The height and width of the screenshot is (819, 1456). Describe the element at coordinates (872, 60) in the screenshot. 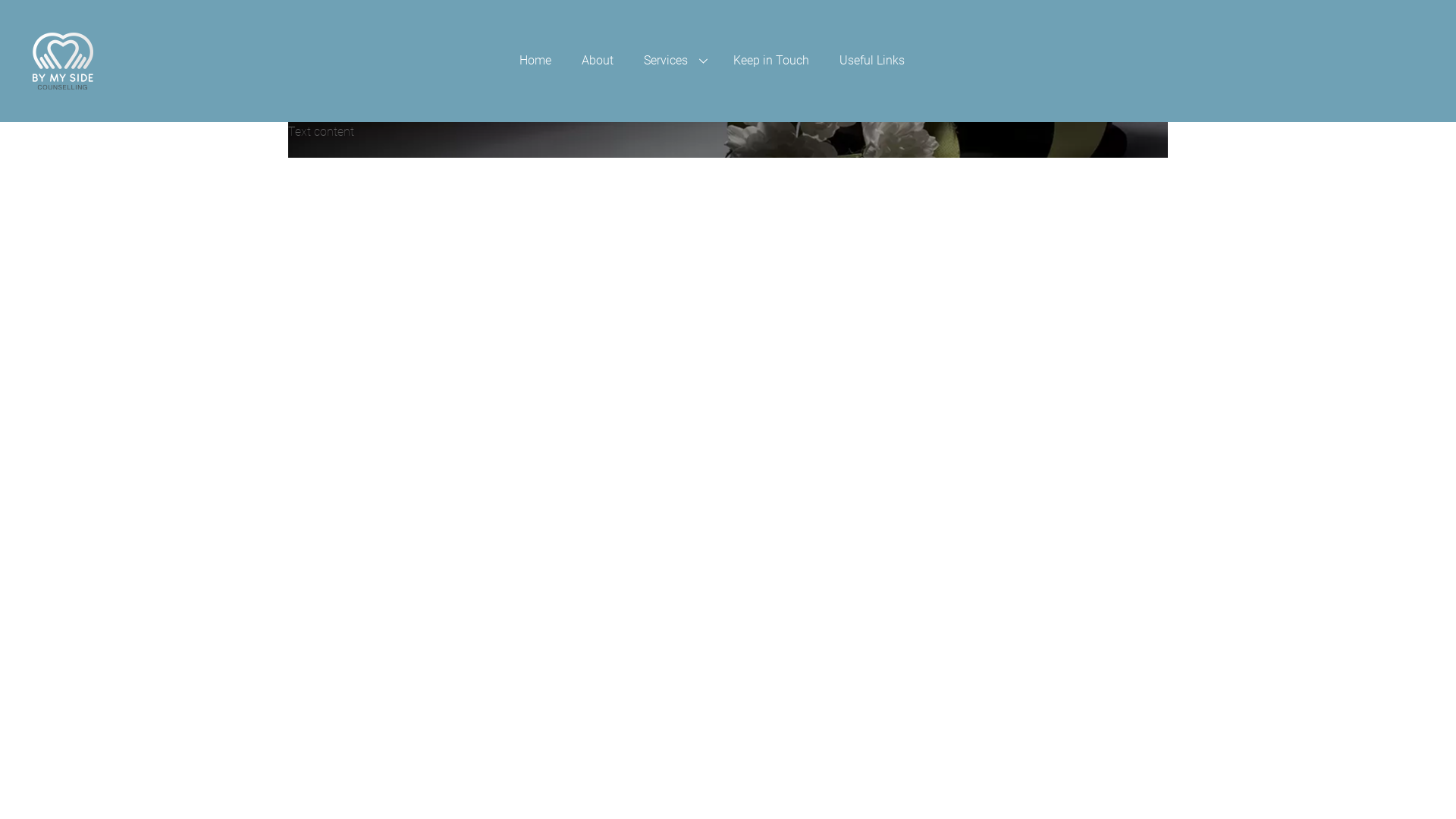

I see `'Useful Links'` at that location.